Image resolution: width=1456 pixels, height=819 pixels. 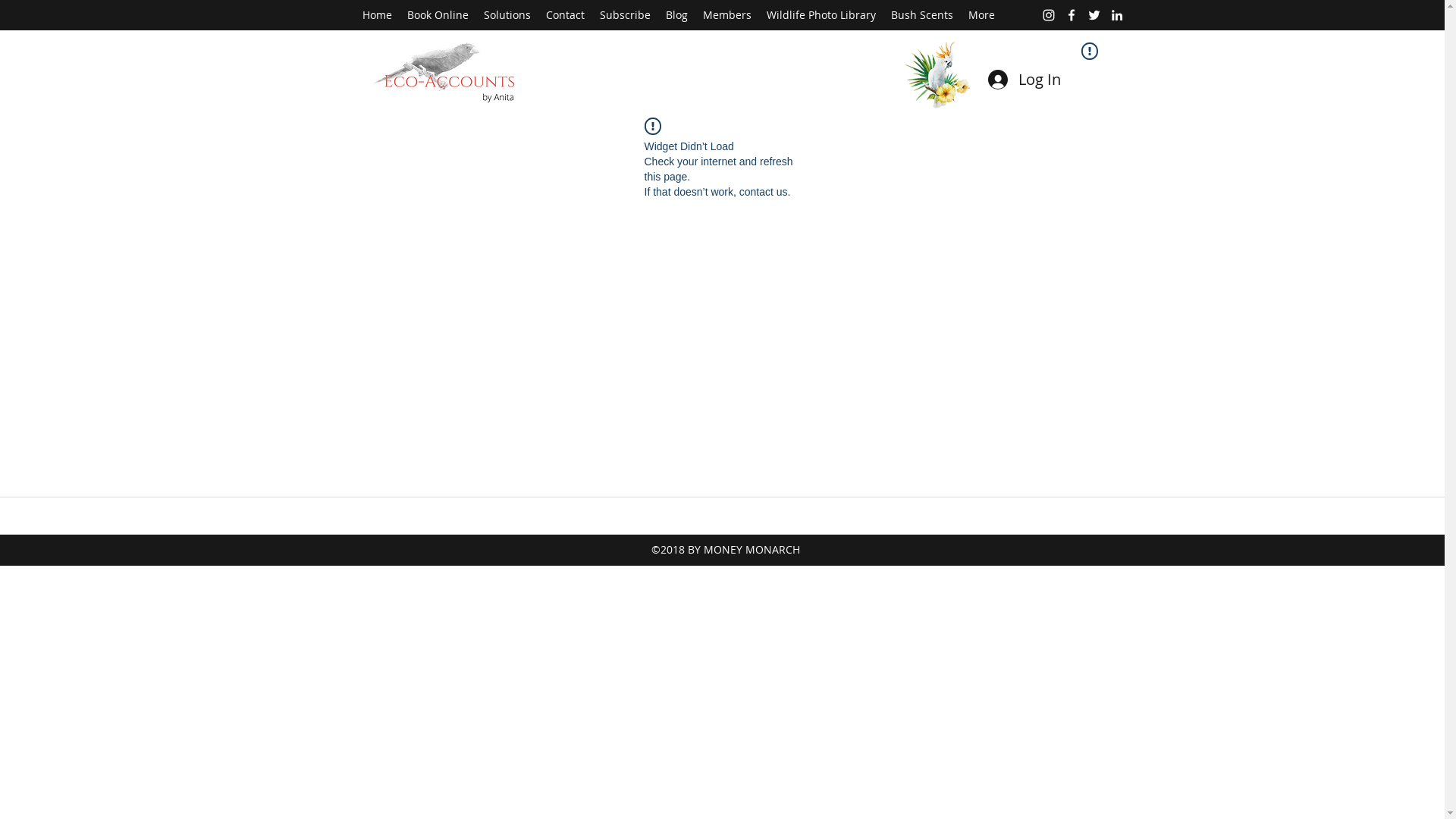 What do you see at coordinates (564, 14) in the screenshot?
I see `'Contact'` at bounding box center [564, 14].